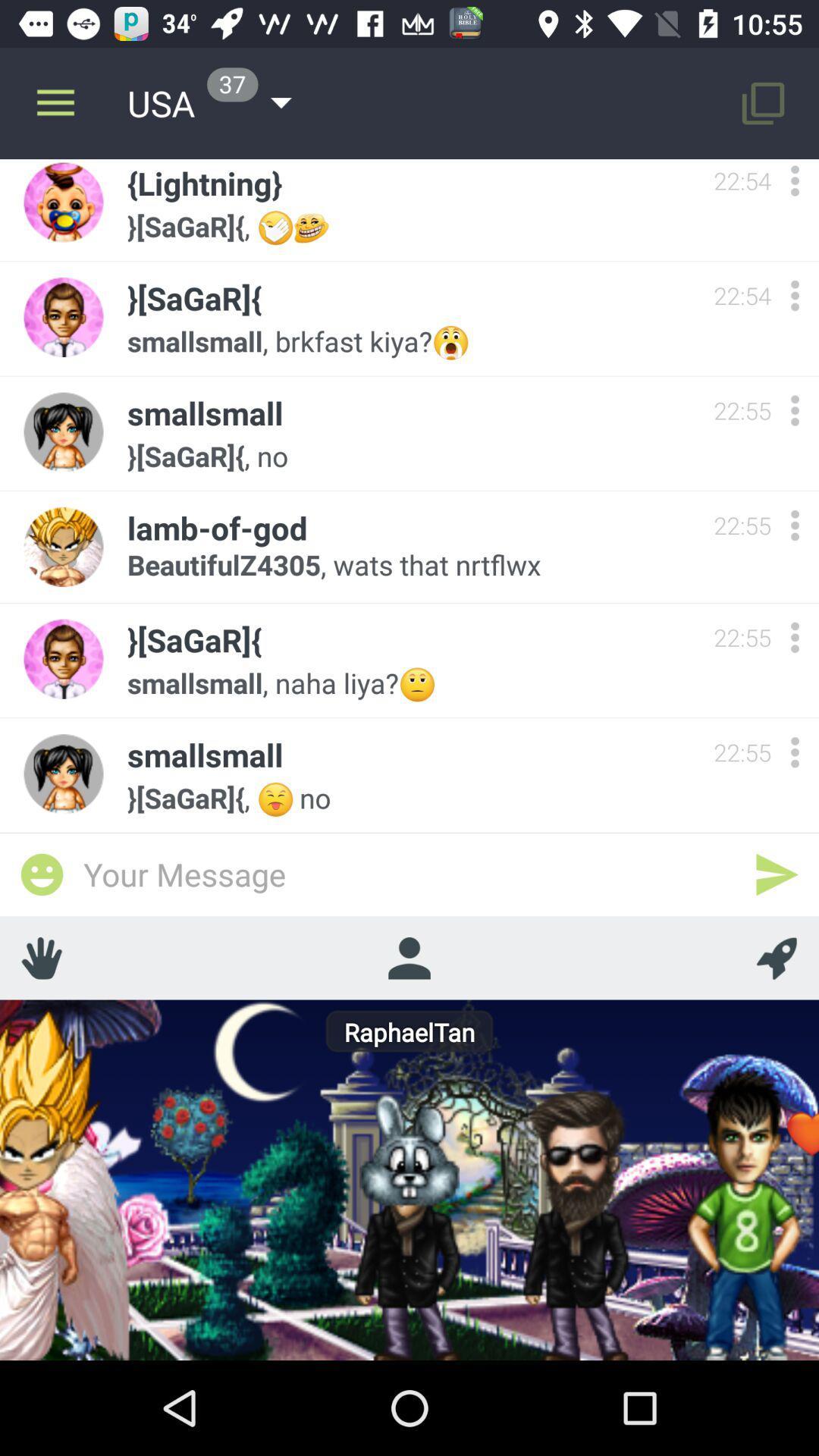 This screenshot has width=819, height=1456. I want to click on speed, so click(777, 957).